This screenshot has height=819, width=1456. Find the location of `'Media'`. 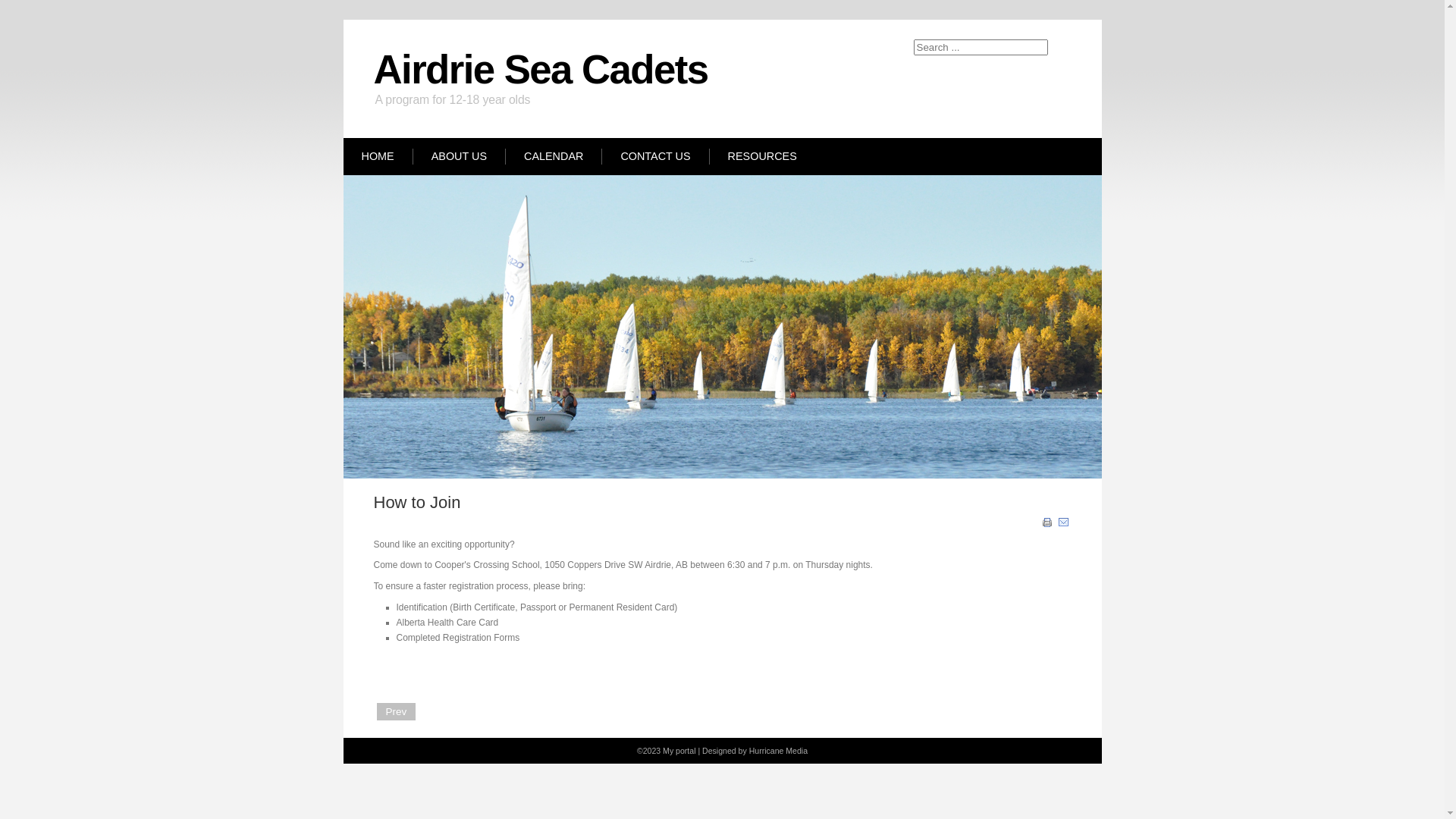

'Media' is located at coordinates (795, 751).